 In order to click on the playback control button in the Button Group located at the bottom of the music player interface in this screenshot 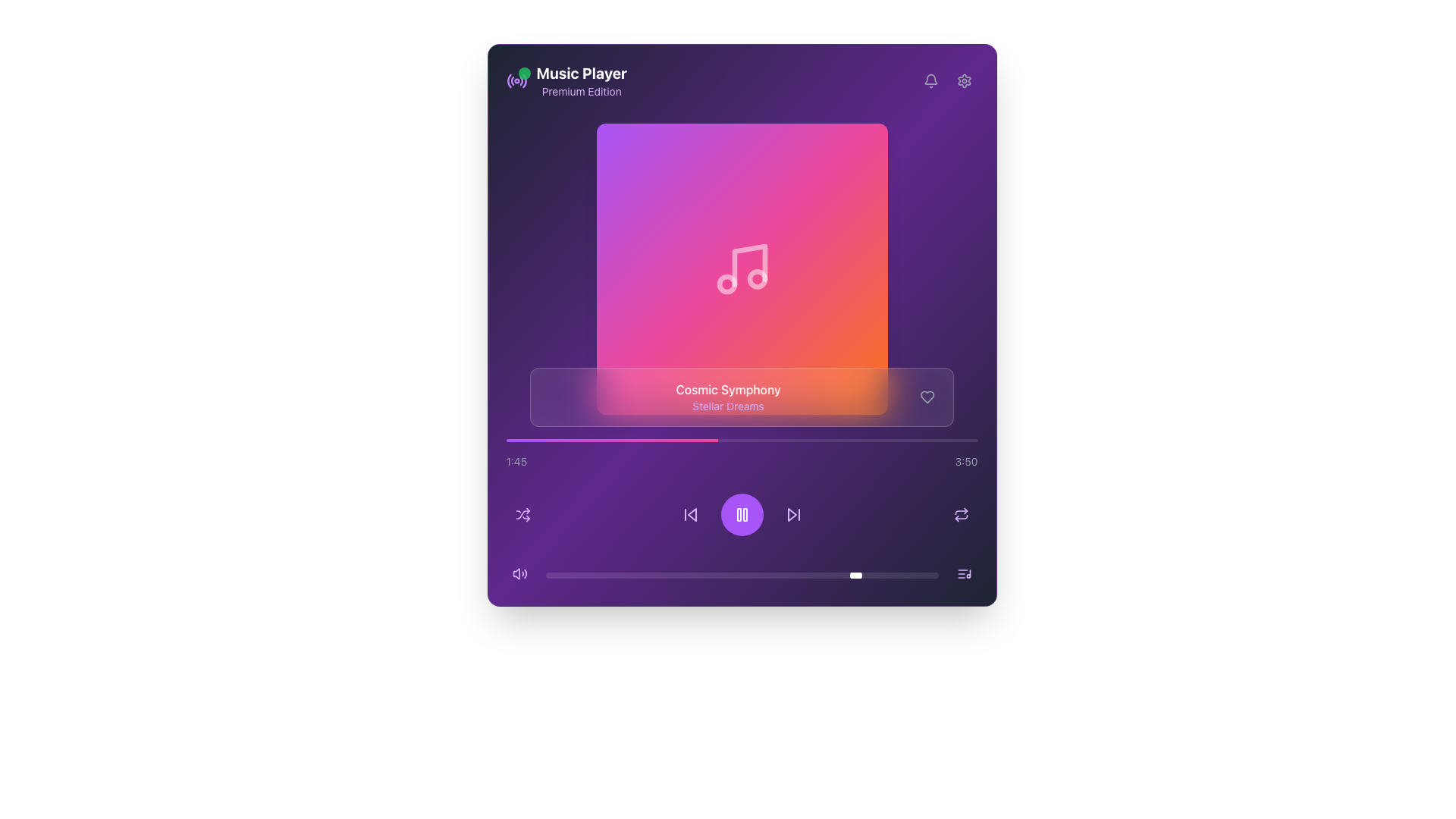, I will do `click(742, 513)`.